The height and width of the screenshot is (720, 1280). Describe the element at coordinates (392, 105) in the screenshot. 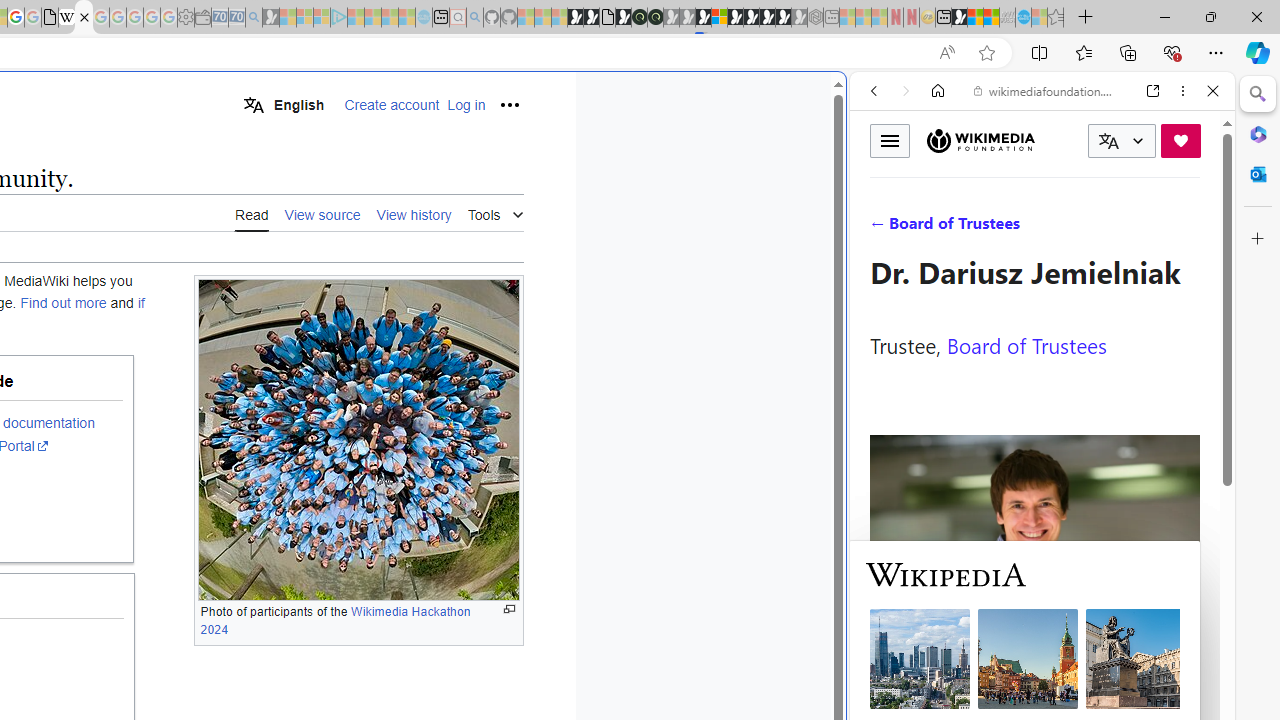

I see `'Create account'` at that location.